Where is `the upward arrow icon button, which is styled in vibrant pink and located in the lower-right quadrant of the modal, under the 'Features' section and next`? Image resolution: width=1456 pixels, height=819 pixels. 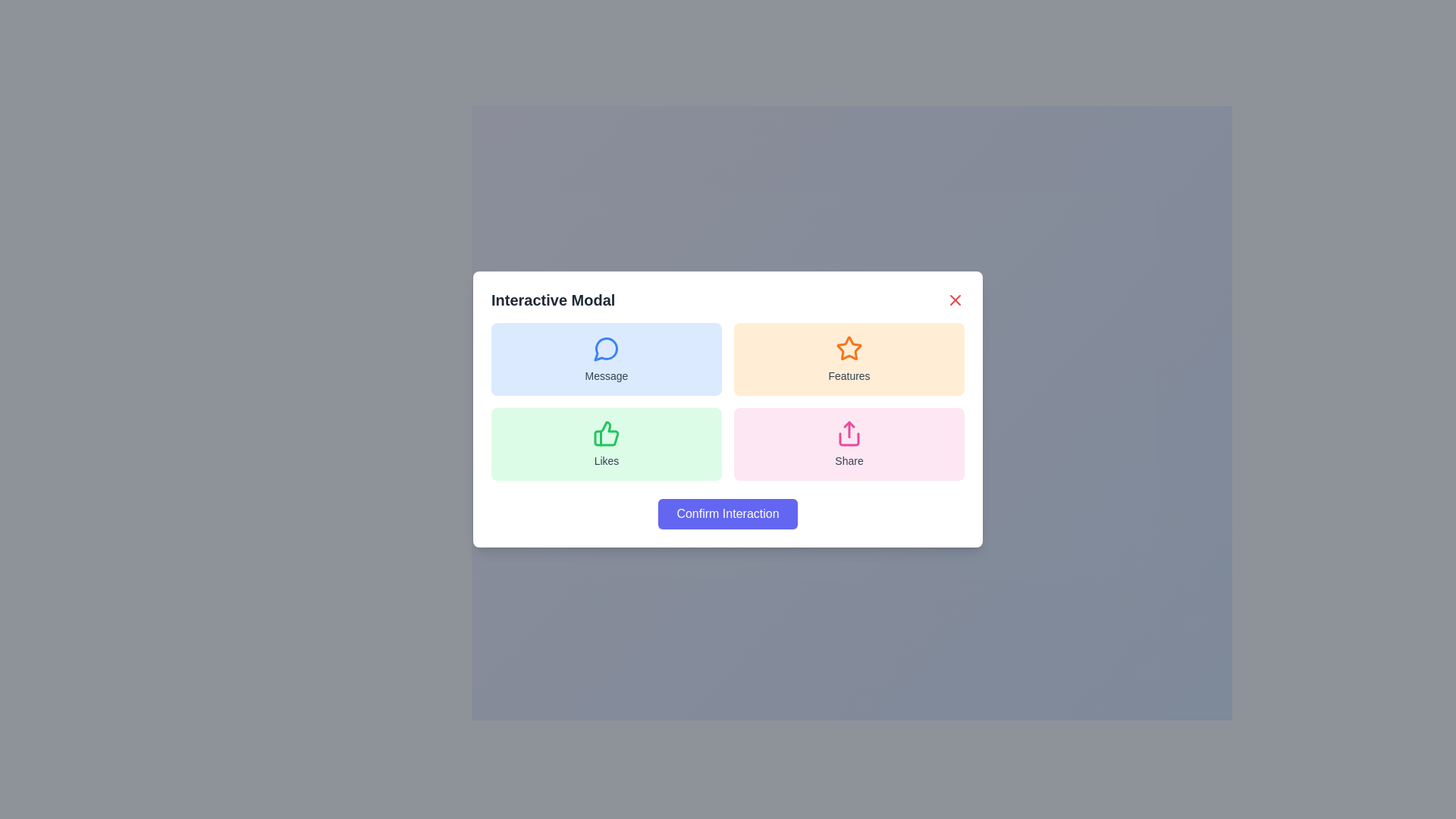
the upward arrow icon button, which is styled in vibrant pink and located in the lower-right quadrant of the modal, under the 'Features' section and next is located at coordinates (848, 433).